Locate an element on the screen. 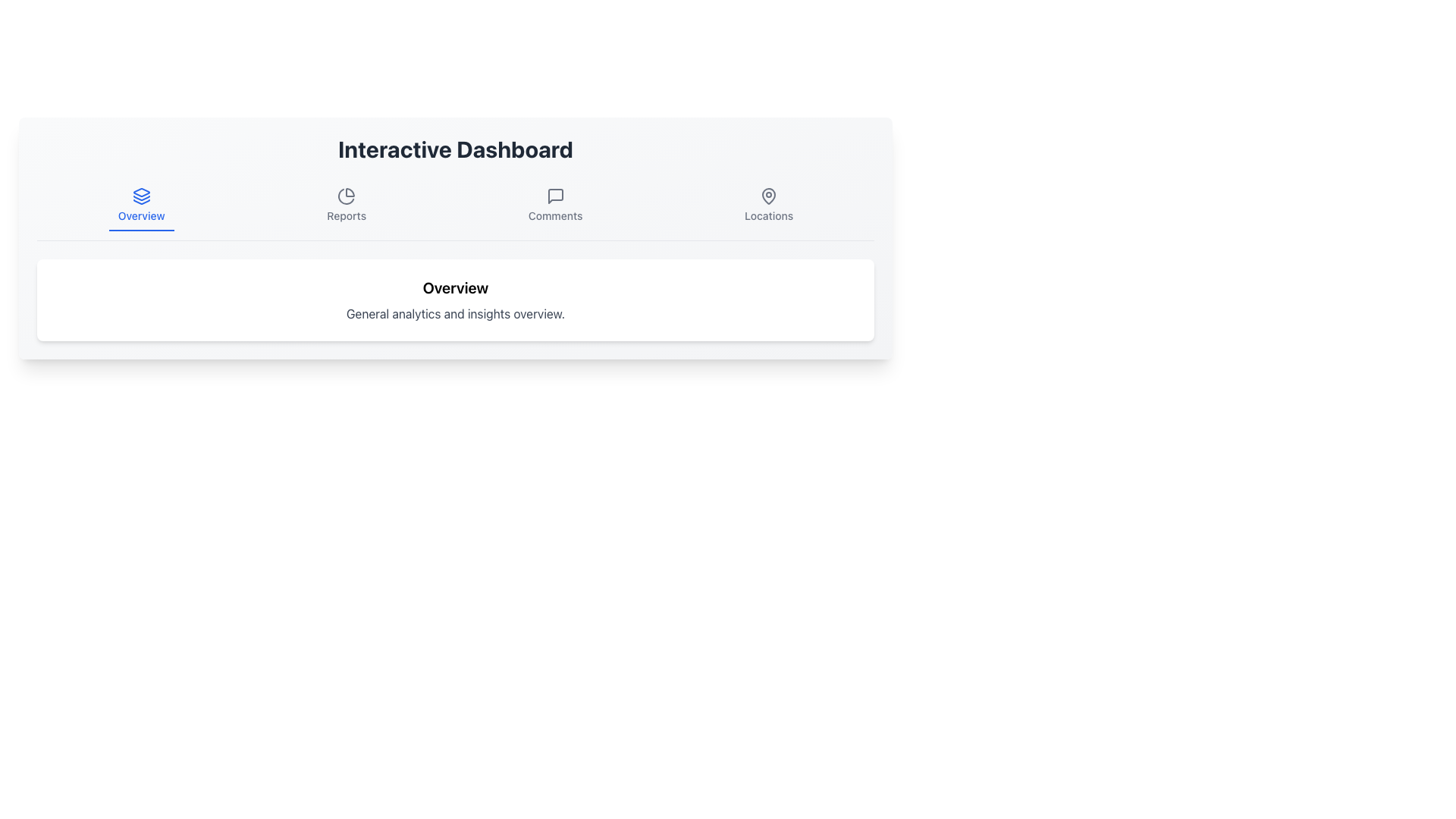 This screenshot has height=819, width=1456. the 'Reports' icon located centrally above the 'Reports' label in the second section of the navigation bar is located at coordinates (346, 195).